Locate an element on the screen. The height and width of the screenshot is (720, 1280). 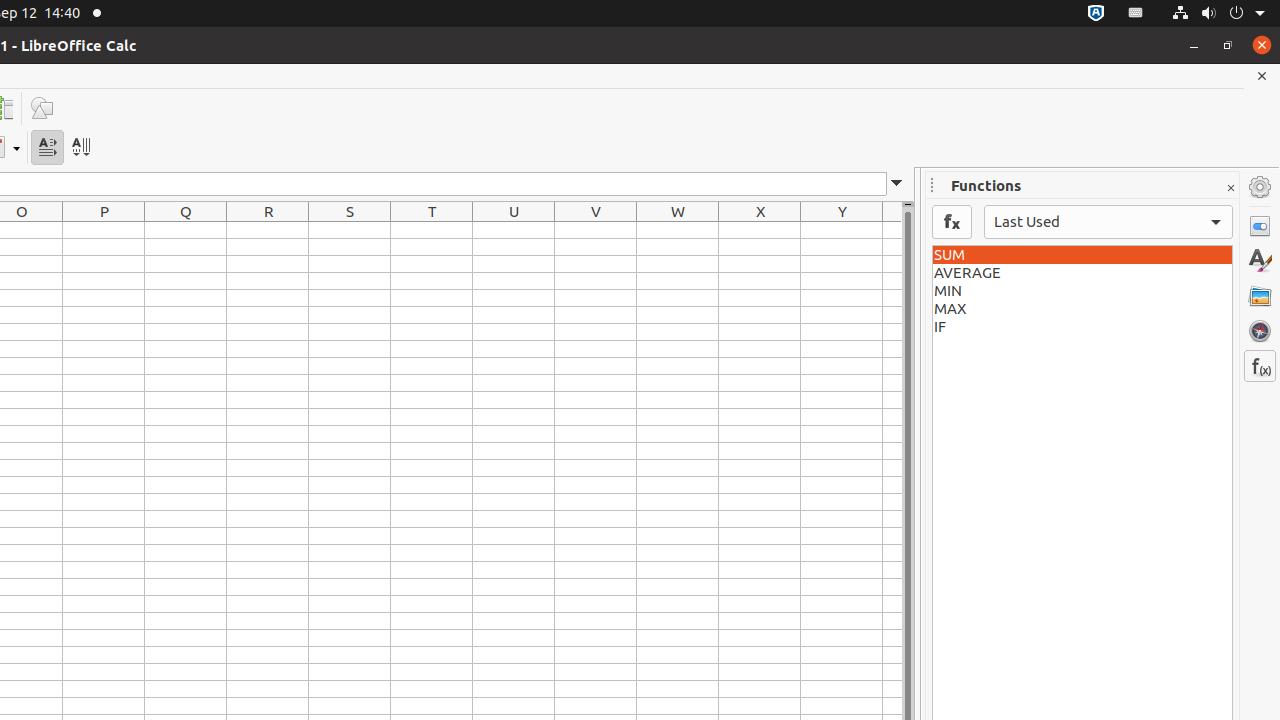
'System' is located at coordinates (1217, 13).